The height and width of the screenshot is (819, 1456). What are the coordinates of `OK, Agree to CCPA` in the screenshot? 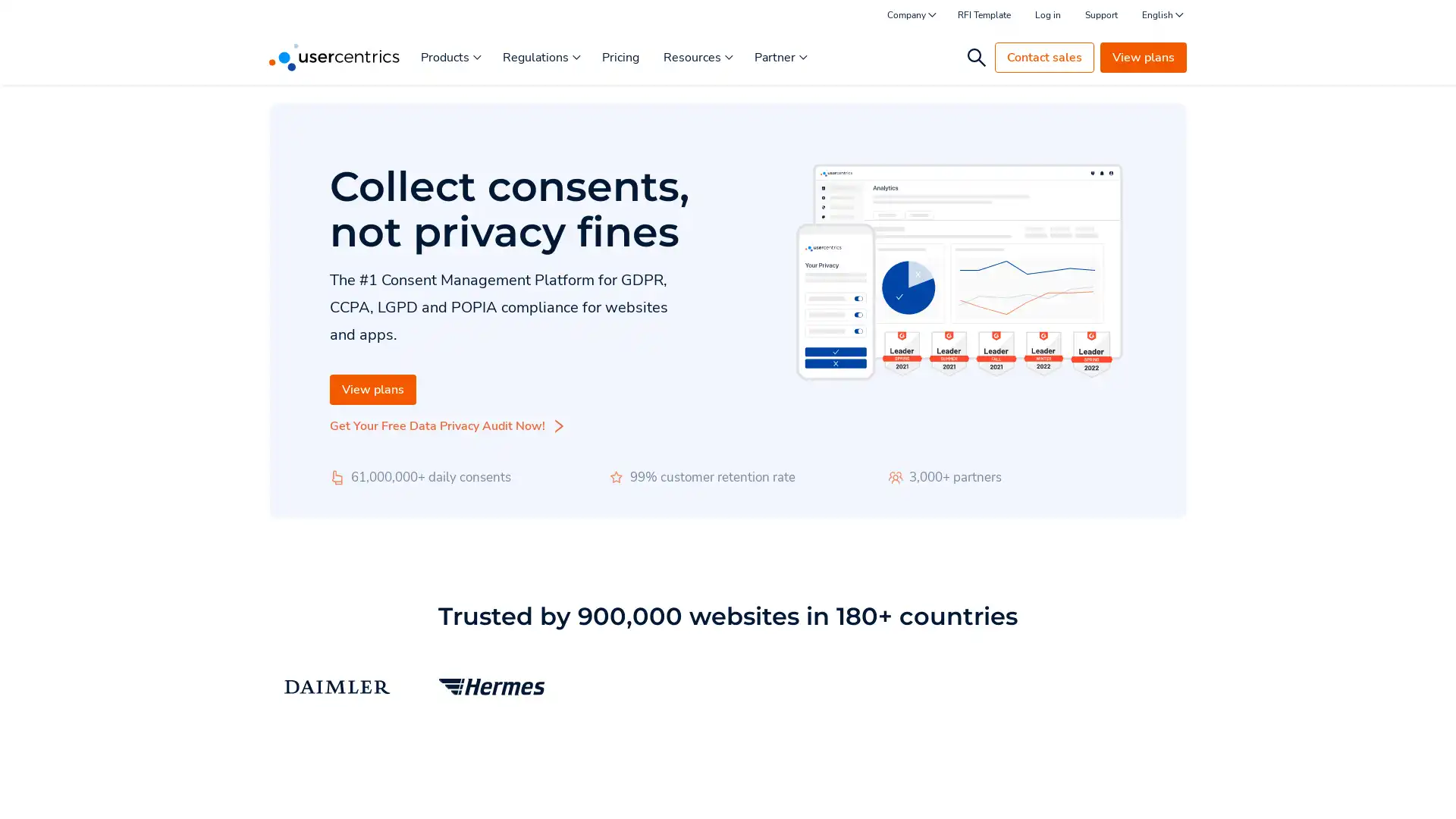 It's located at (1122, 785).